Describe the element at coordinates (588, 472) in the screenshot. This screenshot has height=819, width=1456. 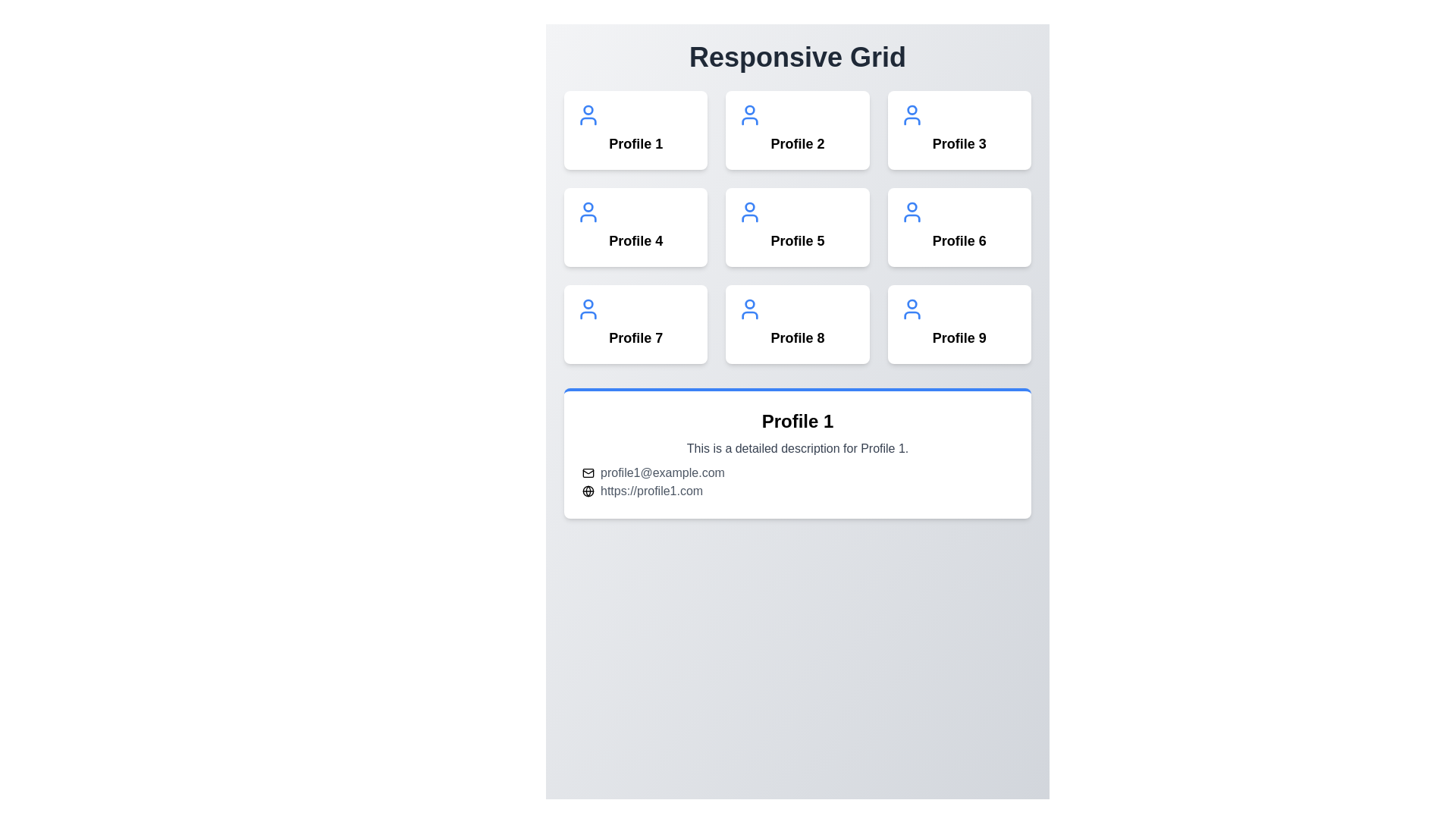
I see `the email icon located to the left of the text 'profile1@example.com' in the details section of 'Profile 1'` at that location.